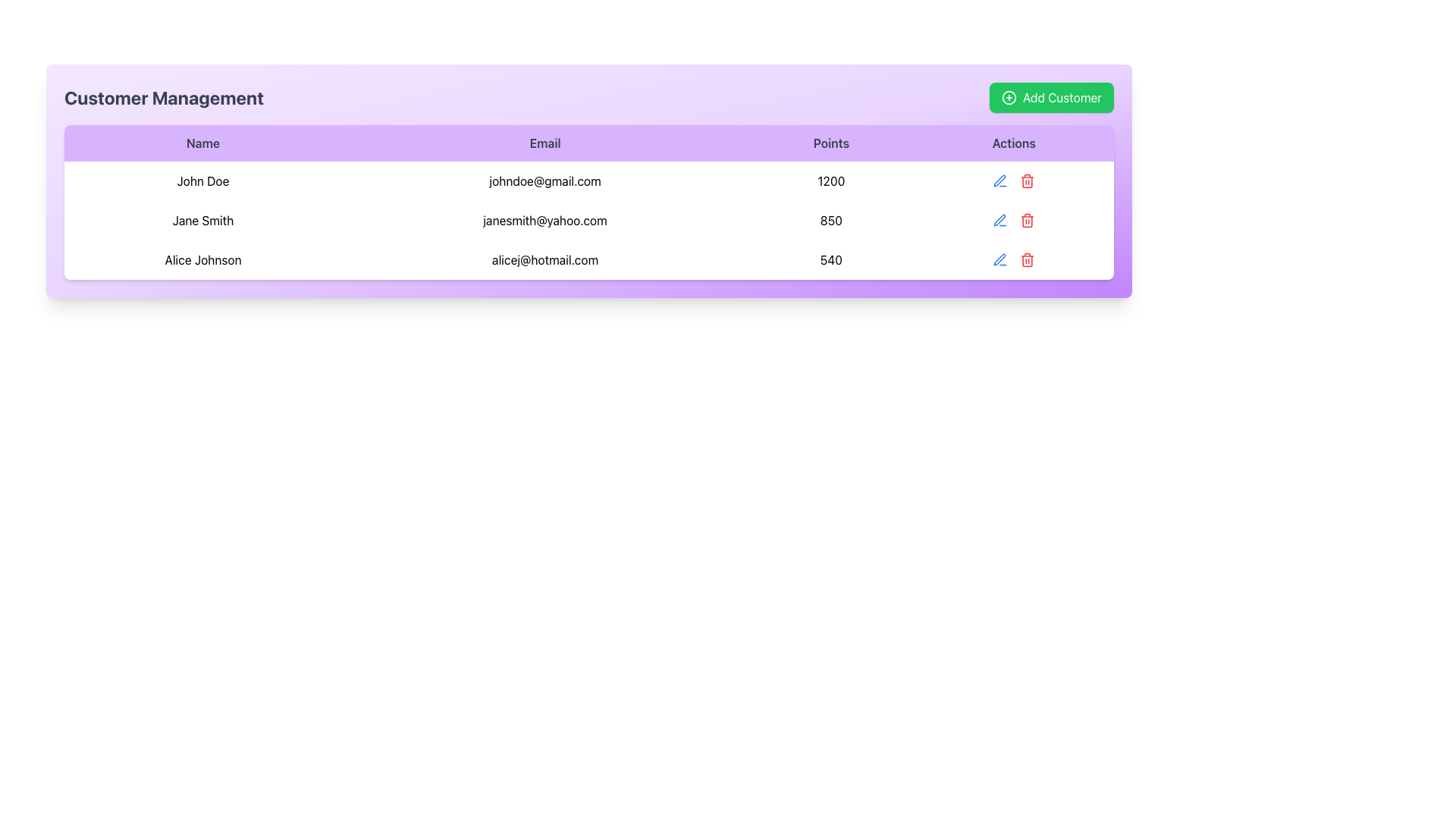  I want to click on the header label for the 'Name' column in the table located at the top left corner of the data table, so click(202, 143).